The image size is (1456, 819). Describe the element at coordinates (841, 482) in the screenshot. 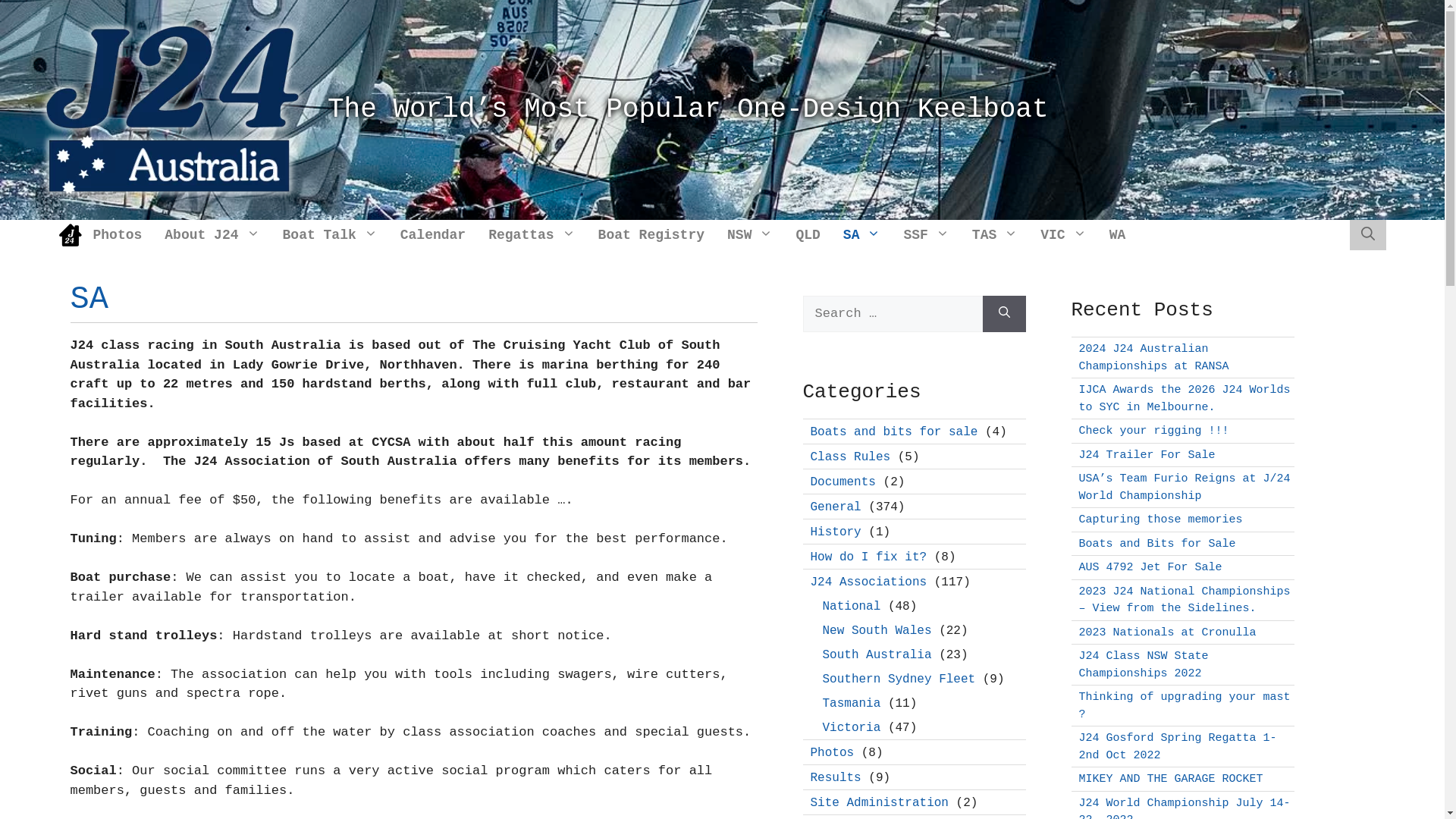

I see `'Documents'` at that location.